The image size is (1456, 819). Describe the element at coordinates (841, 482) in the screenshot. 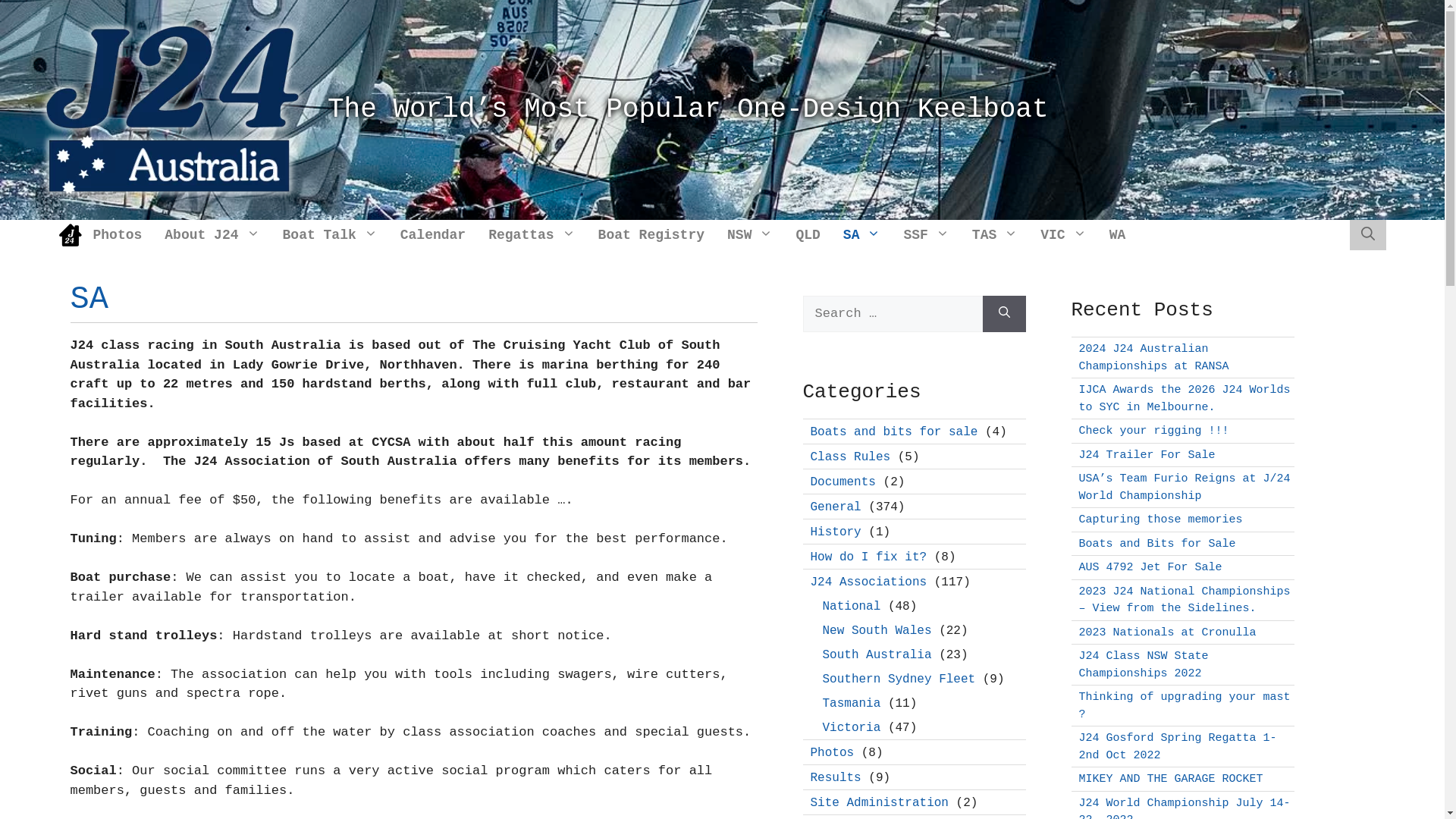

I see `'Documents'` at that location.